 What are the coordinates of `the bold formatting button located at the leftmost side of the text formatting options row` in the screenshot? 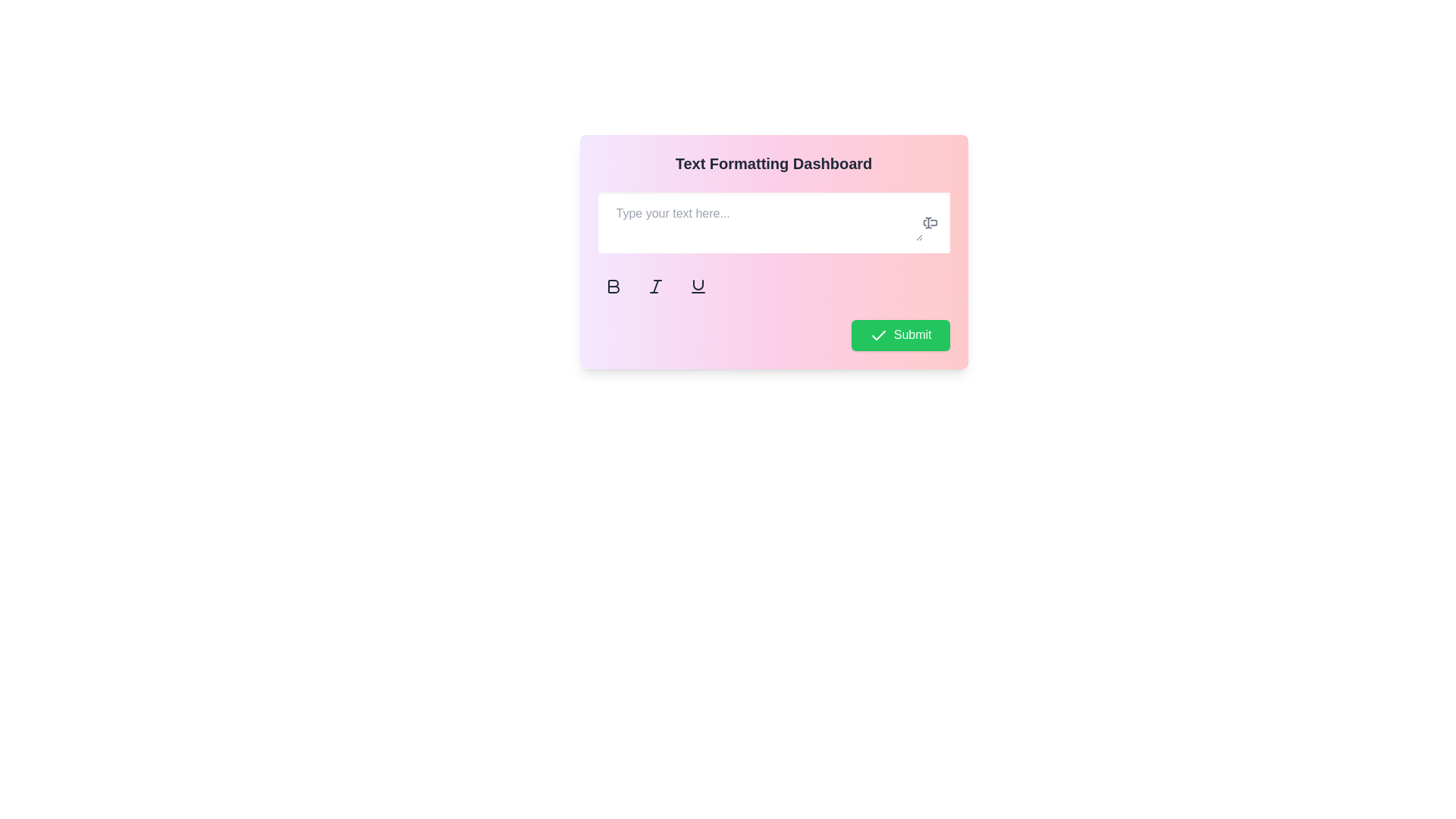 It's located at (613, 287).